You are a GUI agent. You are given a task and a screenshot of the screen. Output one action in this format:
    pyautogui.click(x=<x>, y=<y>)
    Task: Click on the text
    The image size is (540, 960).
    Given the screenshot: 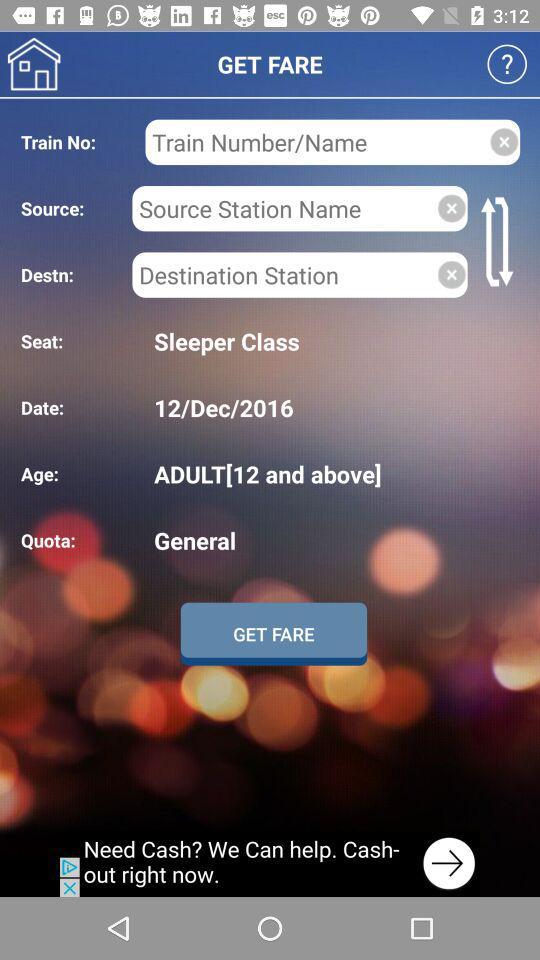 What is the action you would take?
    pyautogui.click(x=317, y=141)
    